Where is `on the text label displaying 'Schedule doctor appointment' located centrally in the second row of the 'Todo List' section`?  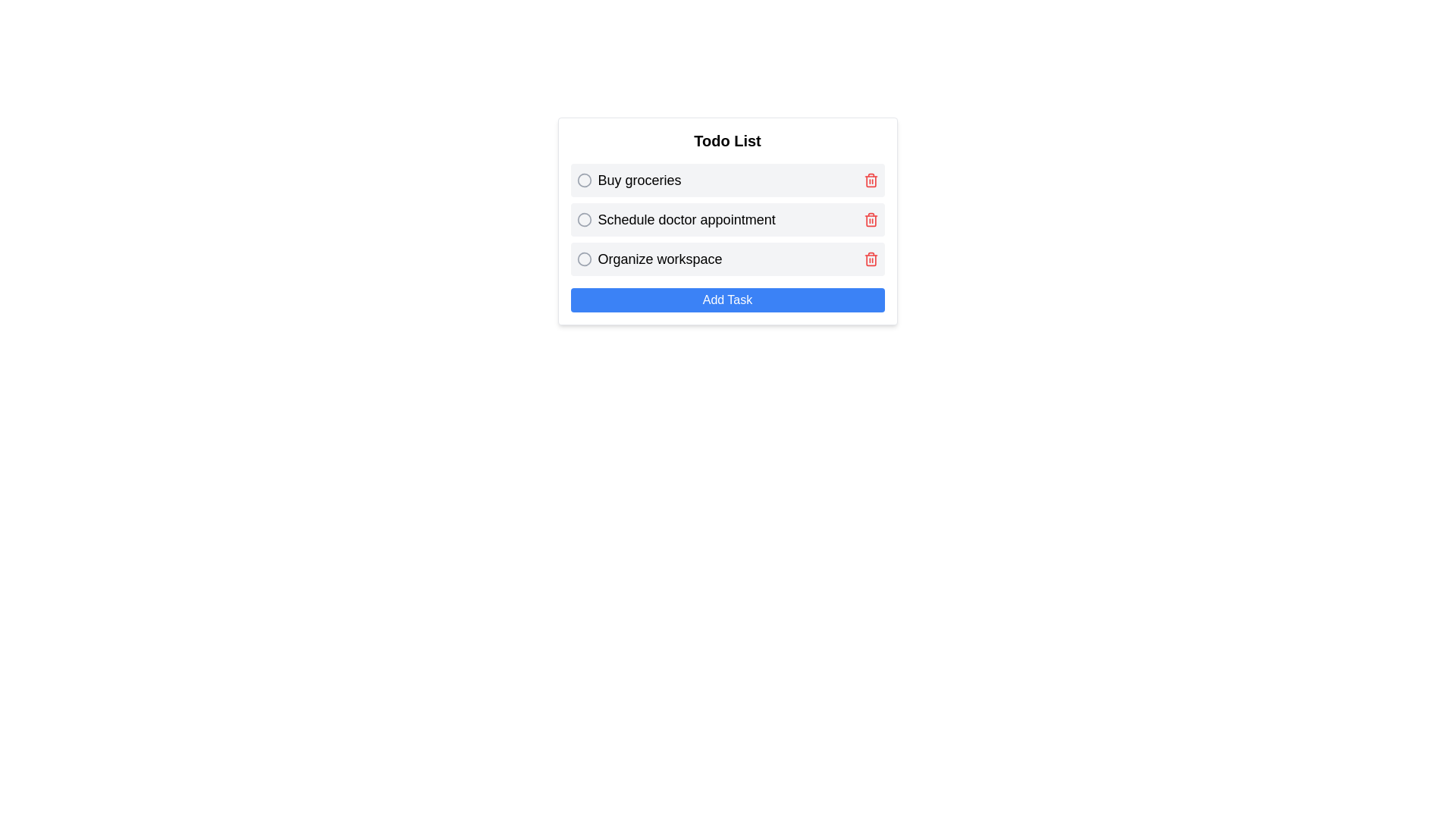
on the text label displaying 'Schedule doctor appointment' located centrally in the second row of the 'Todo List' section is located at coordinates (686, 219).